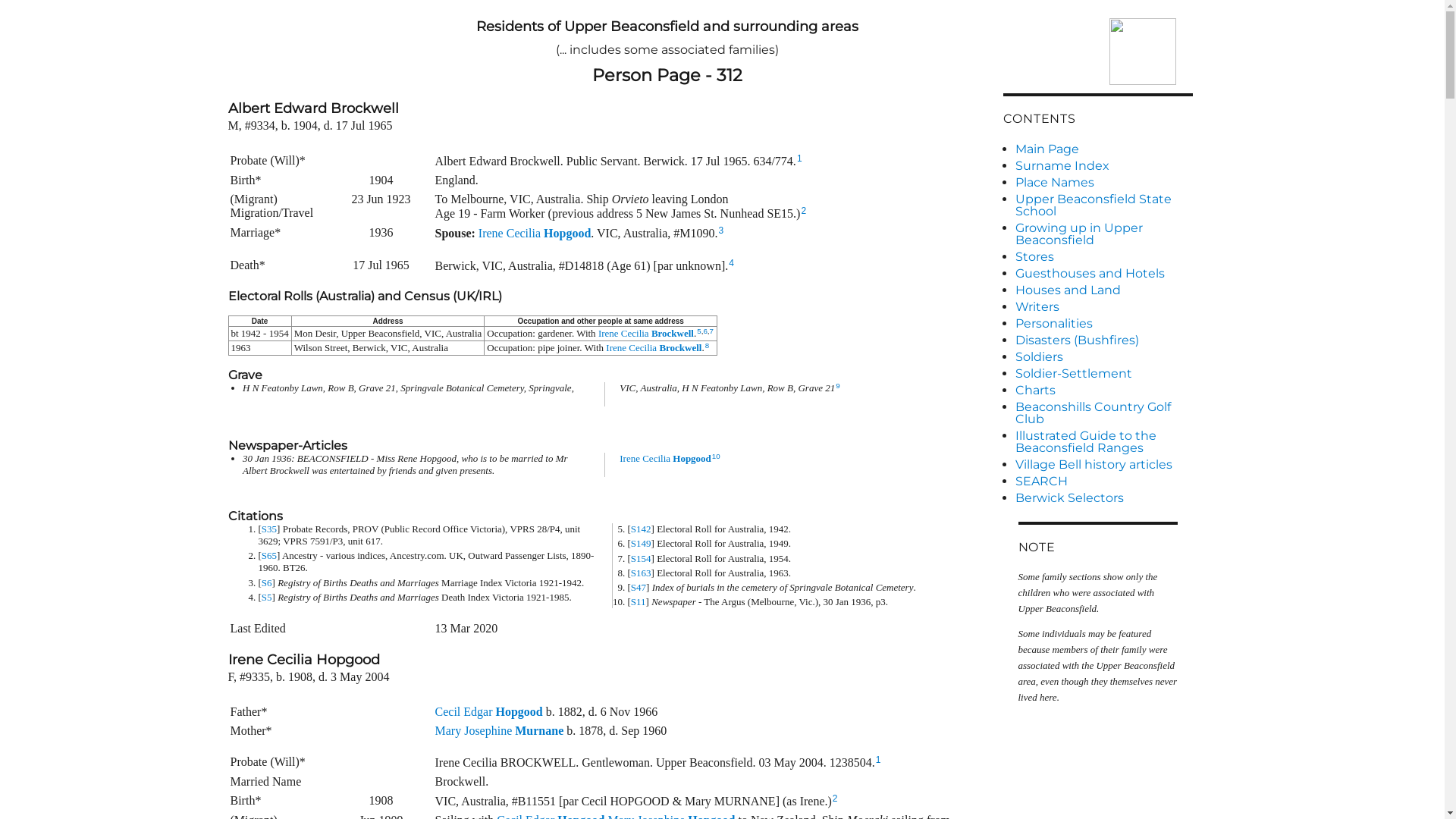 The height and width of the screenshot is (819, 1456). Describe the element at coordinates (499, 730) in the screenshot. I see `'Mary Josephine Murnane'` at that location.